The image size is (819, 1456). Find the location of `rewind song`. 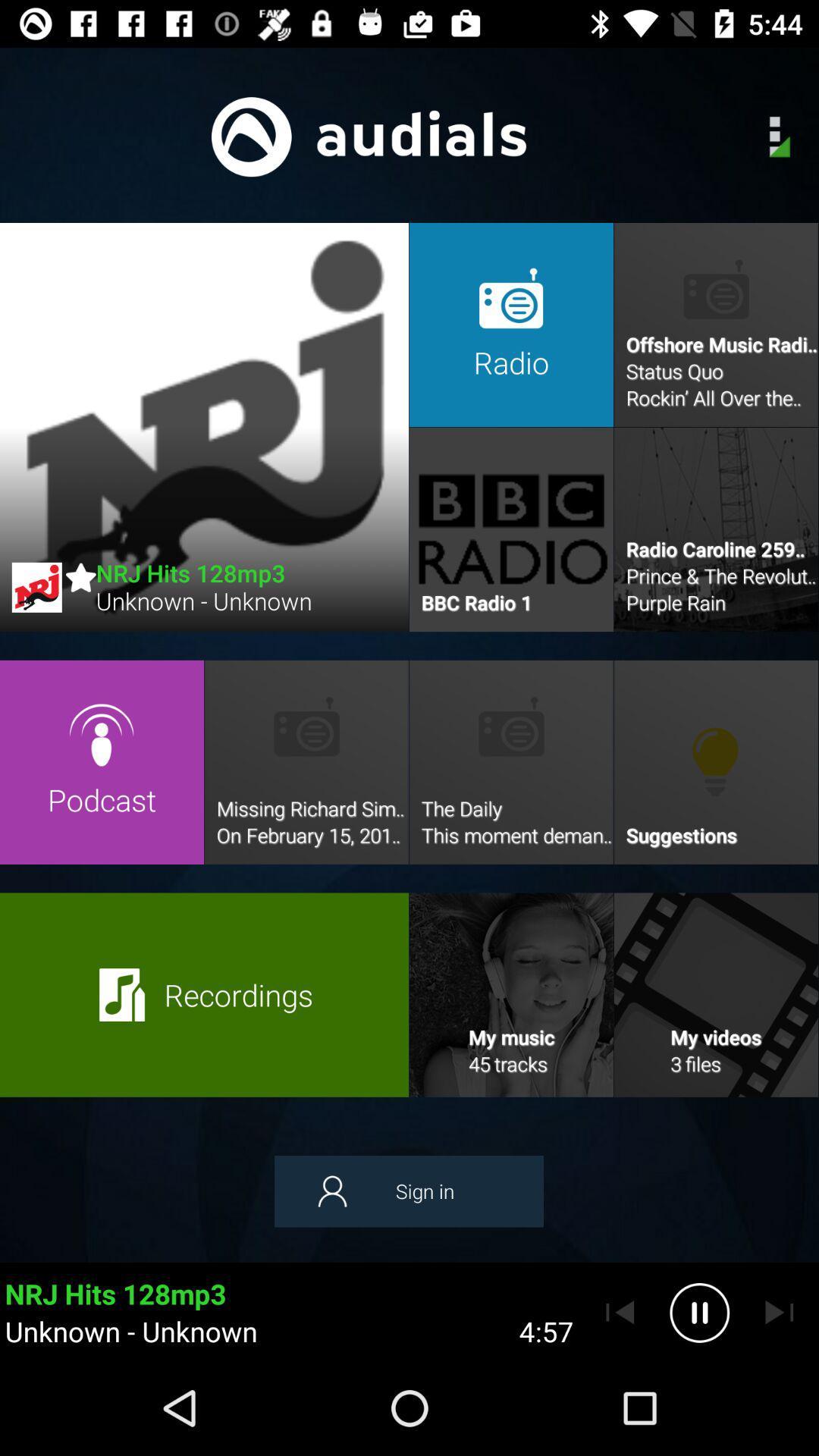

rewind song is located at coordinates (620, 1312).